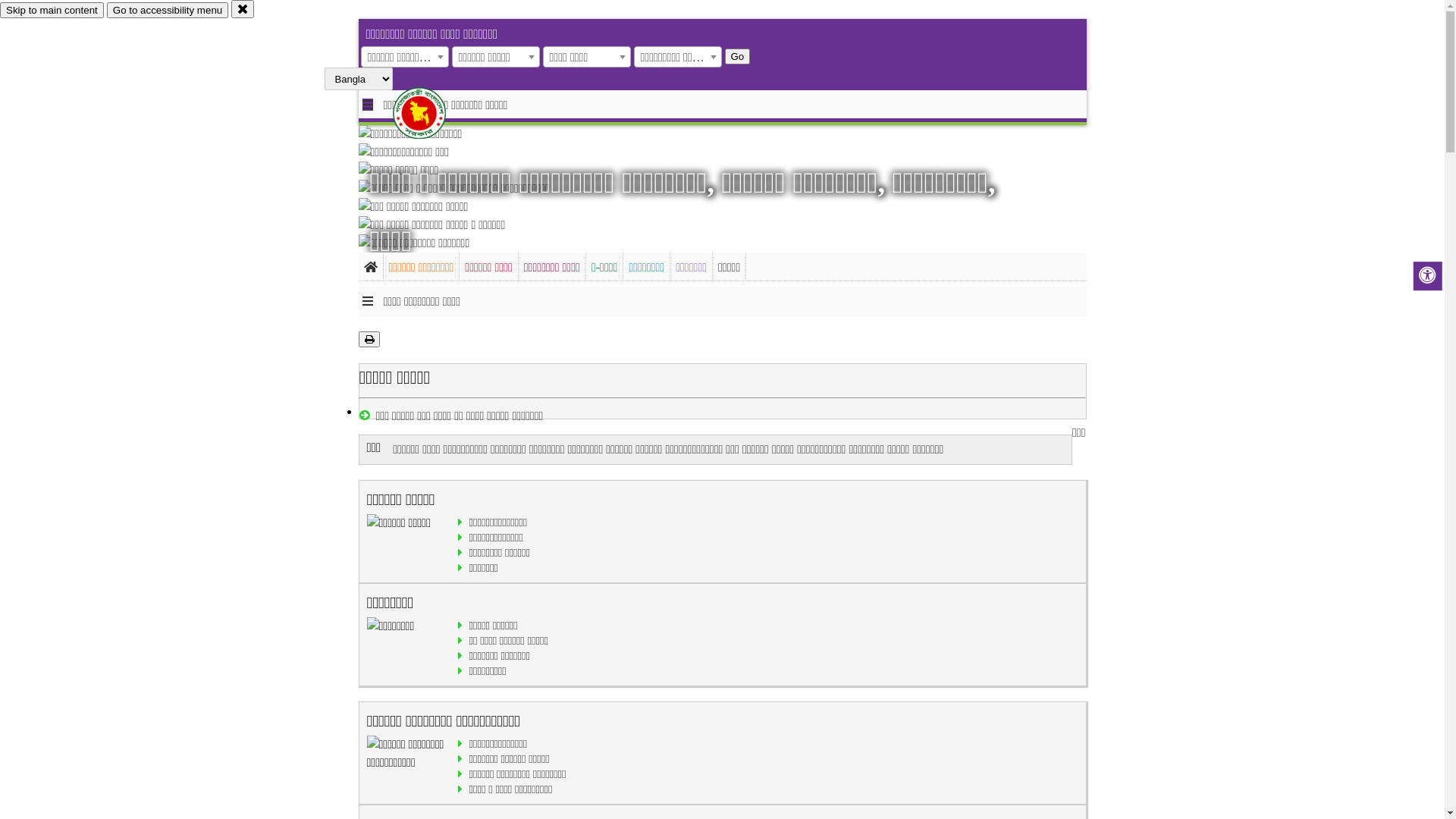 This screenshot has height=819, width=1456. I want to click on 'Skip to main content', so click(52, 10).